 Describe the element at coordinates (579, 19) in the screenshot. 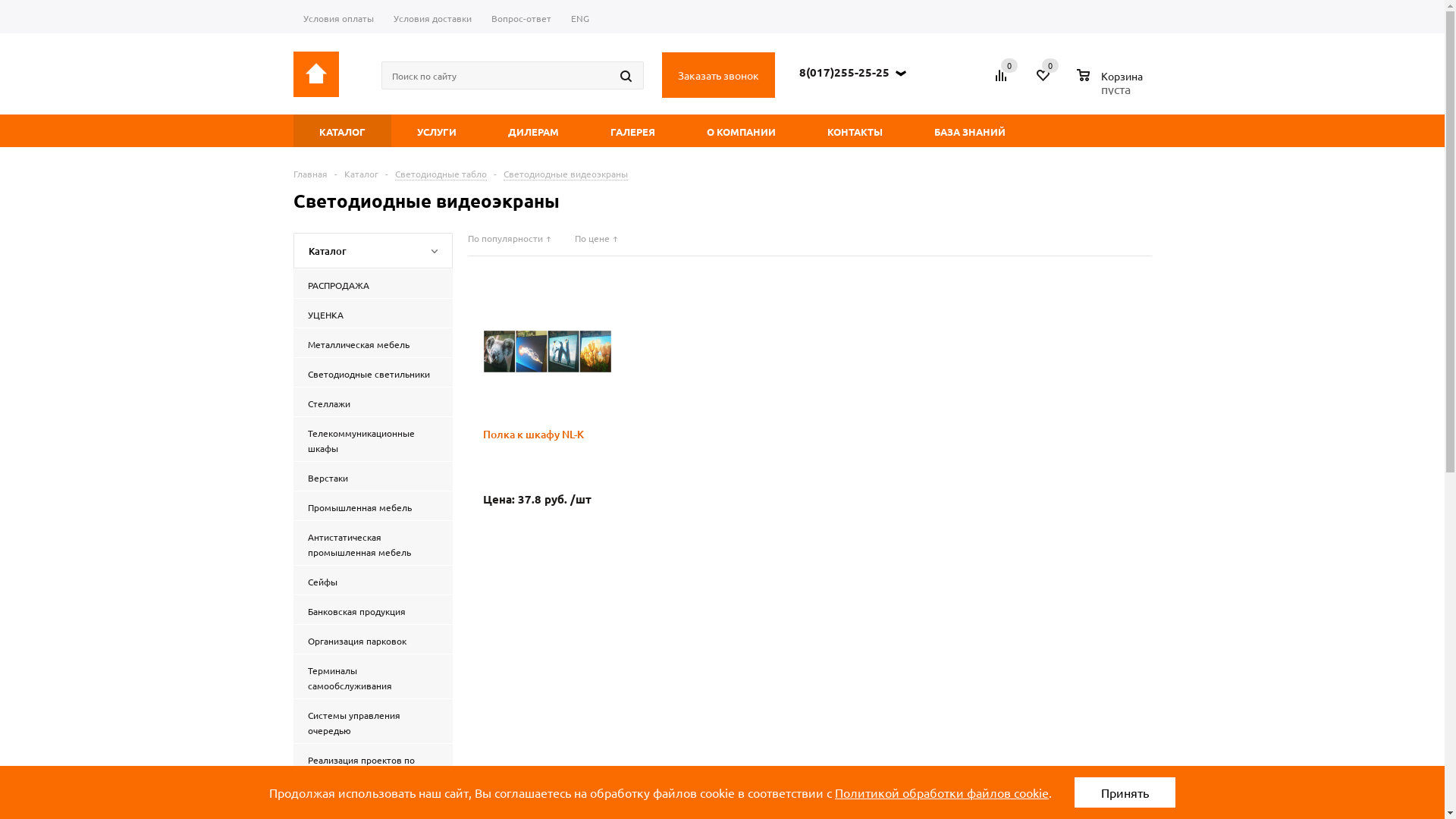

I see `'ENG'` at that location.